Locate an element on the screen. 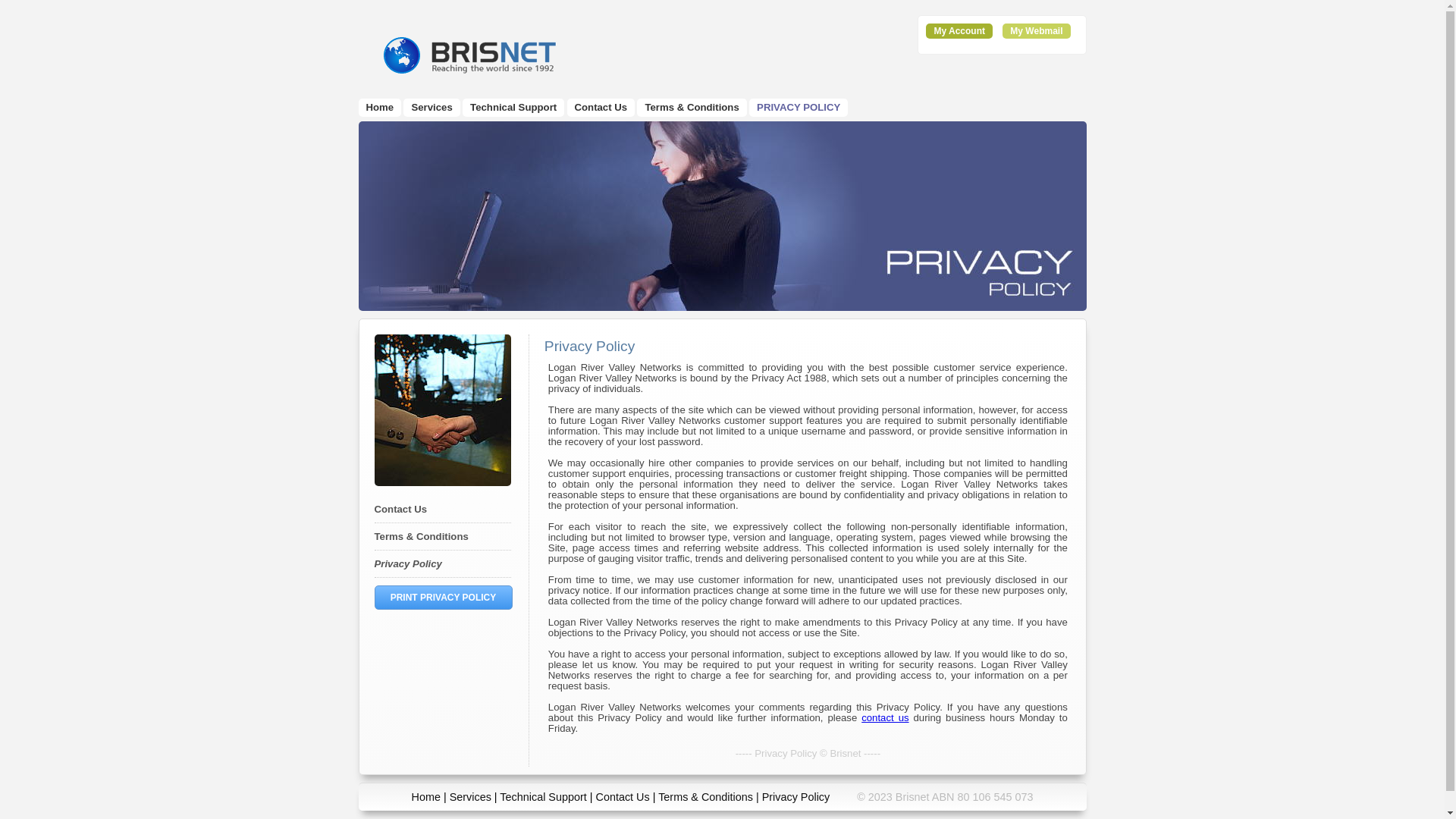 The height and width of the screenshot is (819, 1456). 'Contact Us' is located at coordinates (623, 795).